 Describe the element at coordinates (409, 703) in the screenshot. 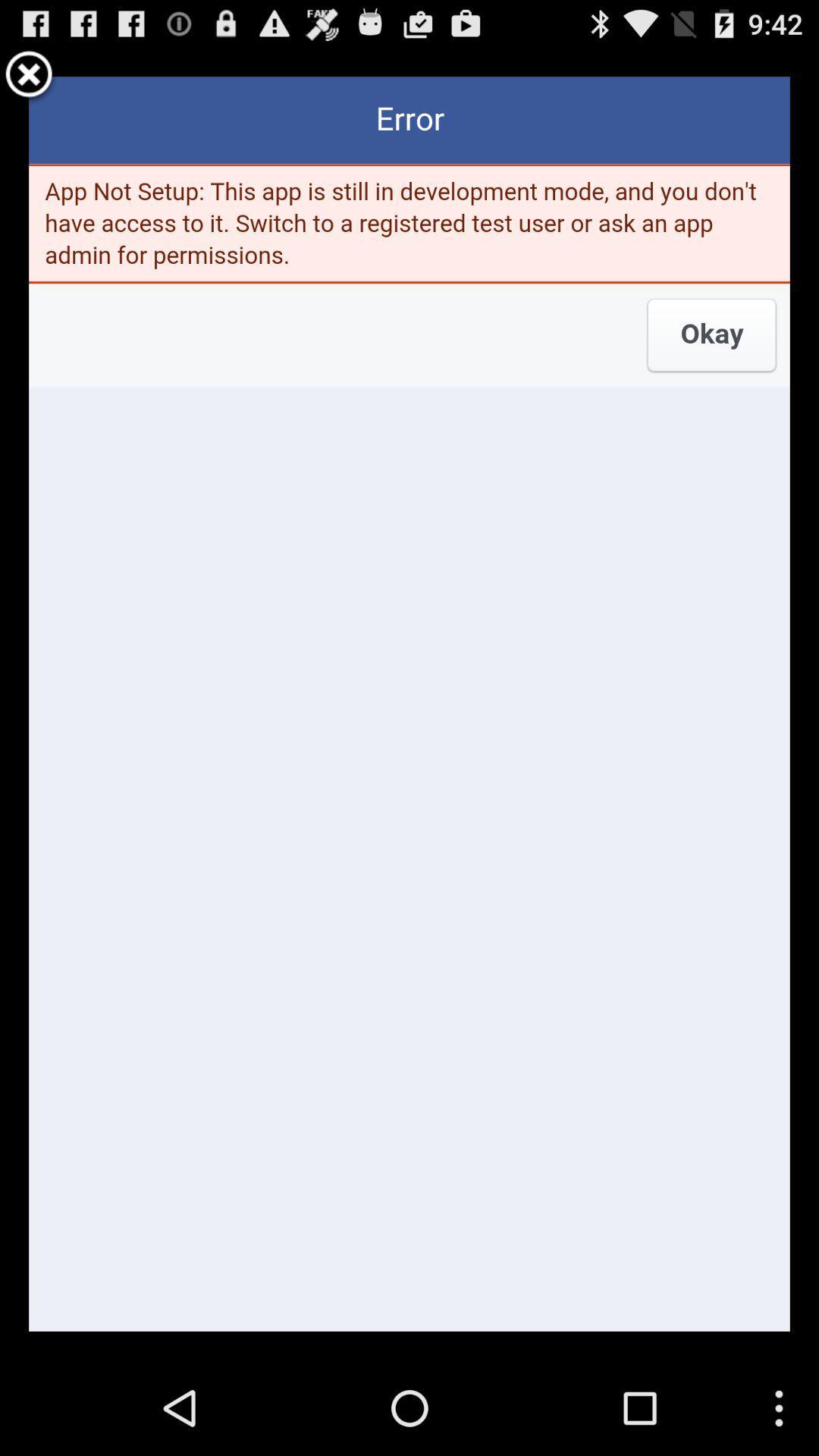

I see `error page` at that location.